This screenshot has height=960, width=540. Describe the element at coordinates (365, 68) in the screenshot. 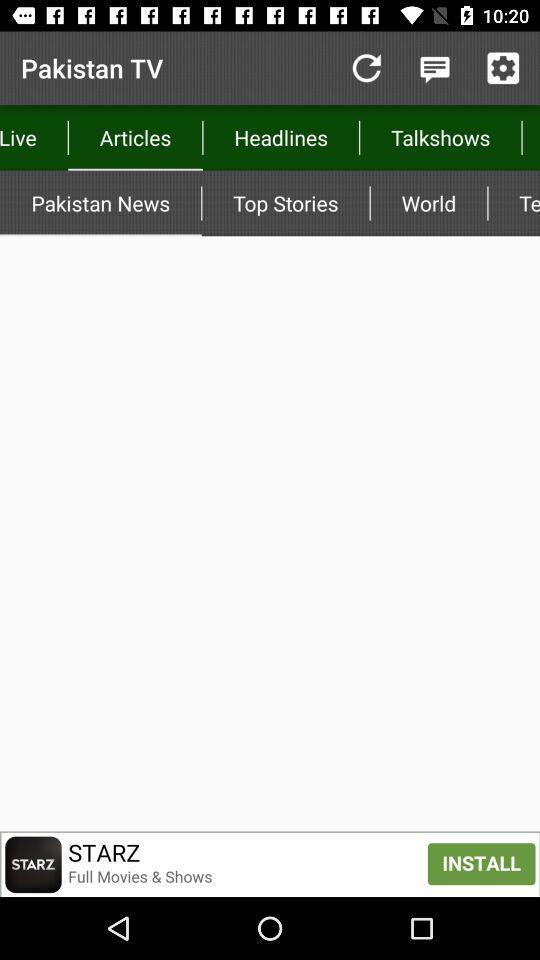

I see `refresh` at that location.